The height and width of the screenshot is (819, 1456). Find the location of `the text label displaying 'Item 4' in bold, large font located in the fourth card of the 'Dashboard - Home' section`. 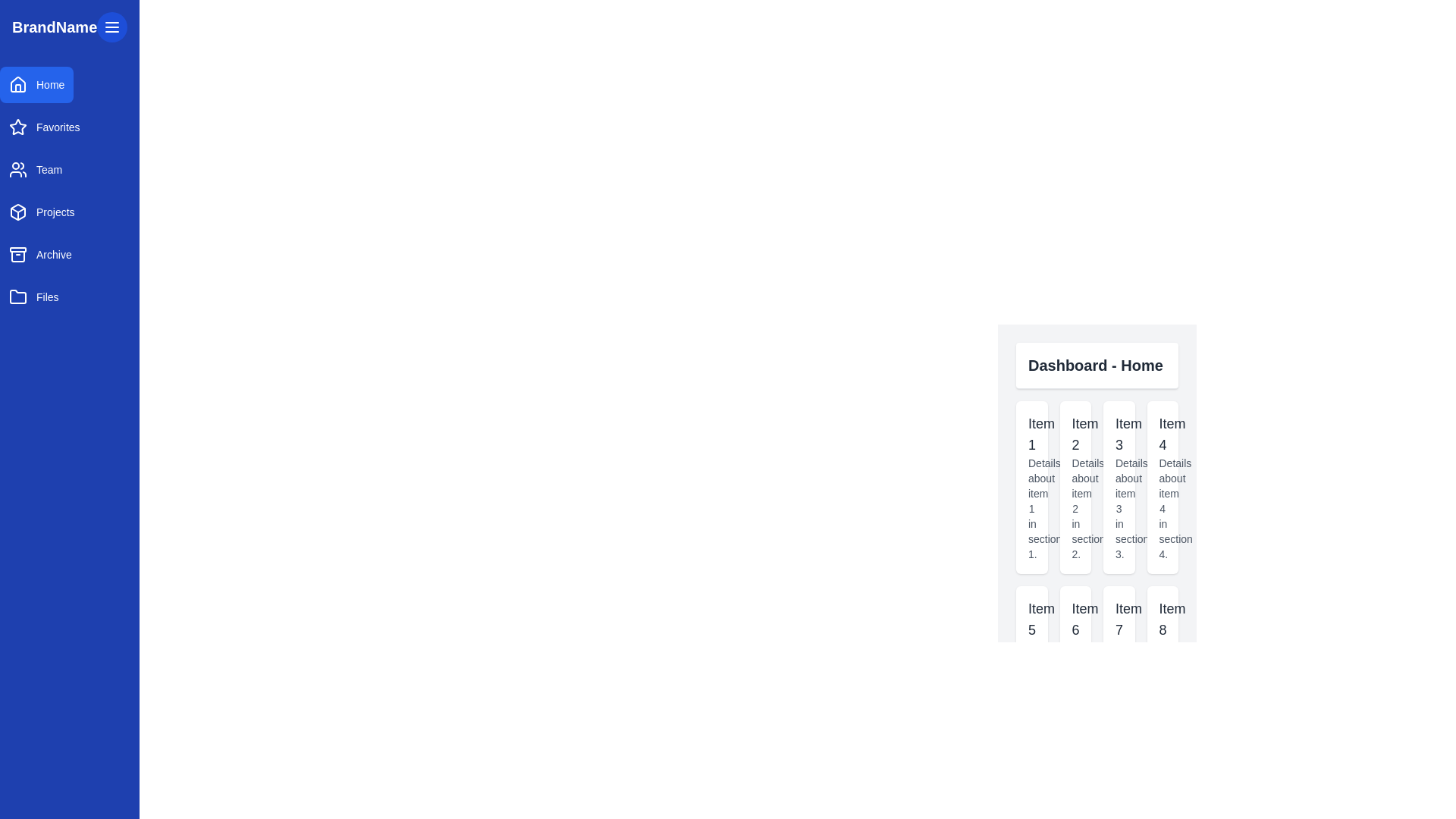

the text label displaying 'Item 4' in bold, large font located in the fourth card of the 'Dashboard - Home' section is located at coordinates (1162, 435).